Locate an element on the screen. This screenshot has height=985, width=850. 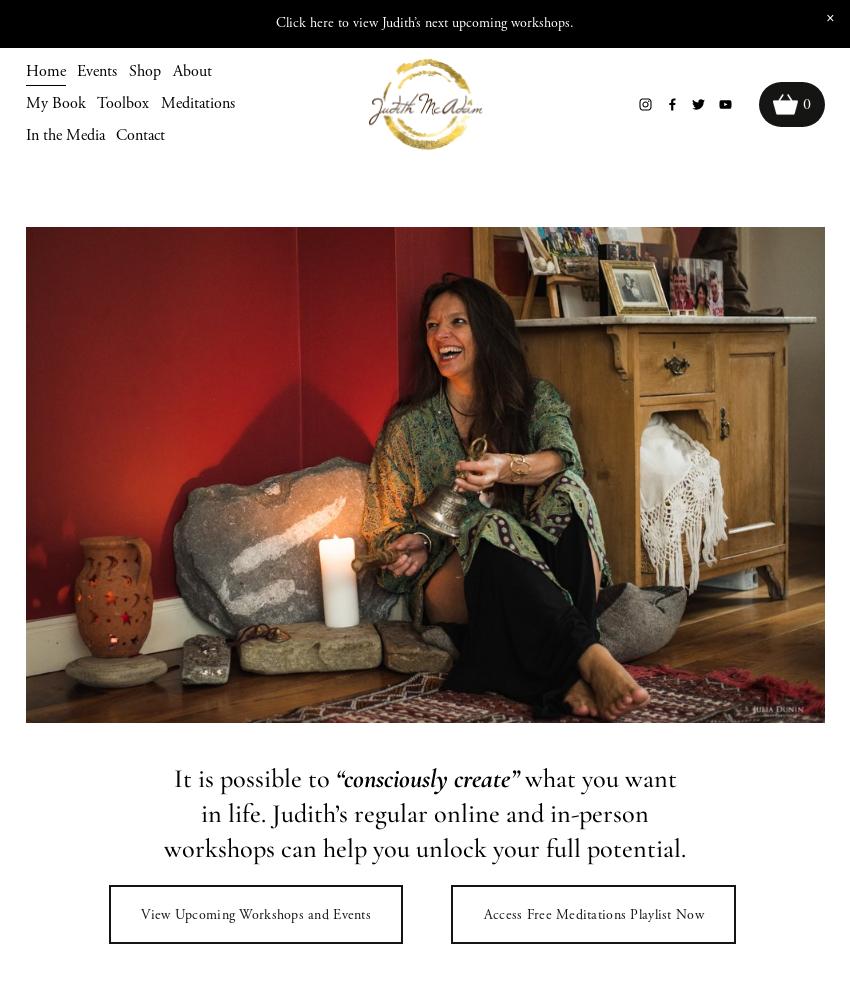
'Toolbox' is located at coordinates (121, 102).